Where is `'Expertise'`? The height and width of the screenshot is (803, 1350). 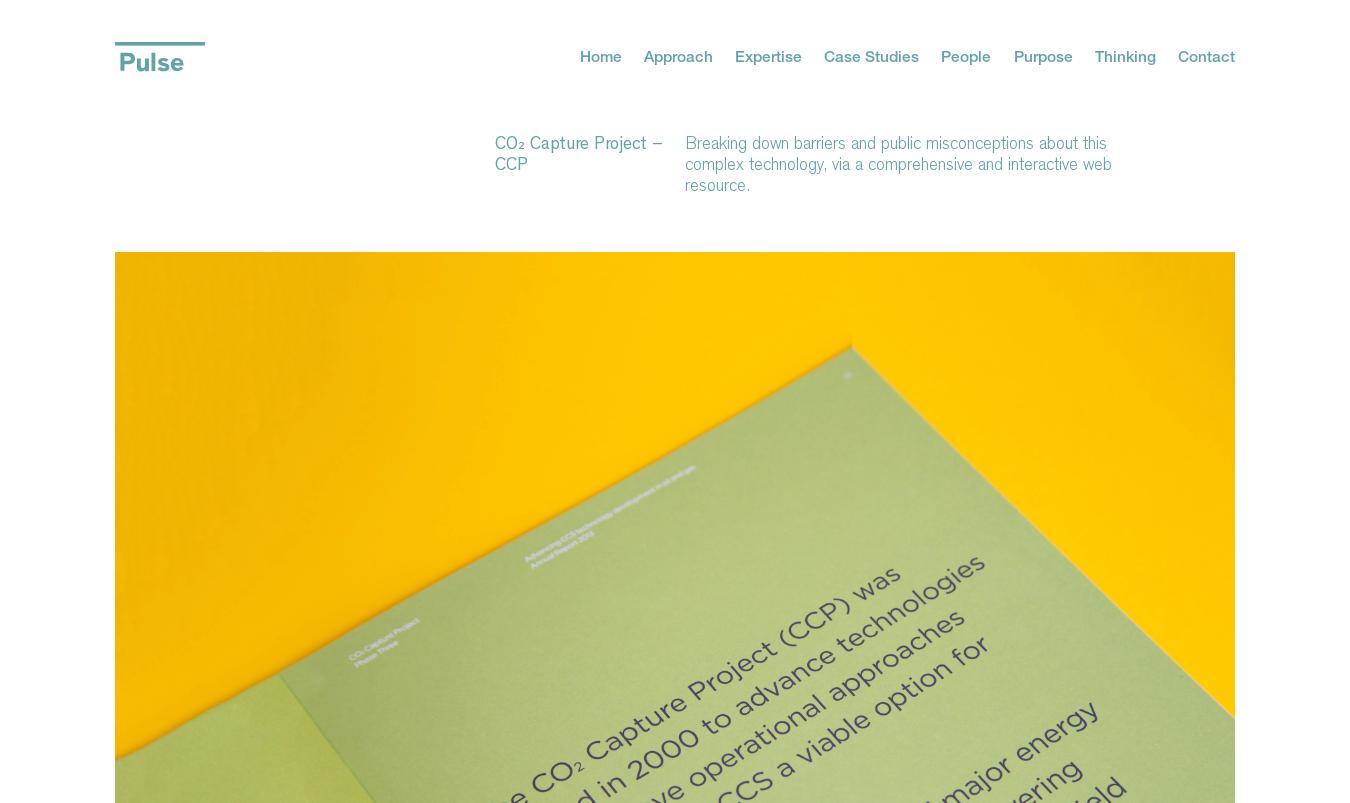
'Expertise' is located at coordinates (767, 54).